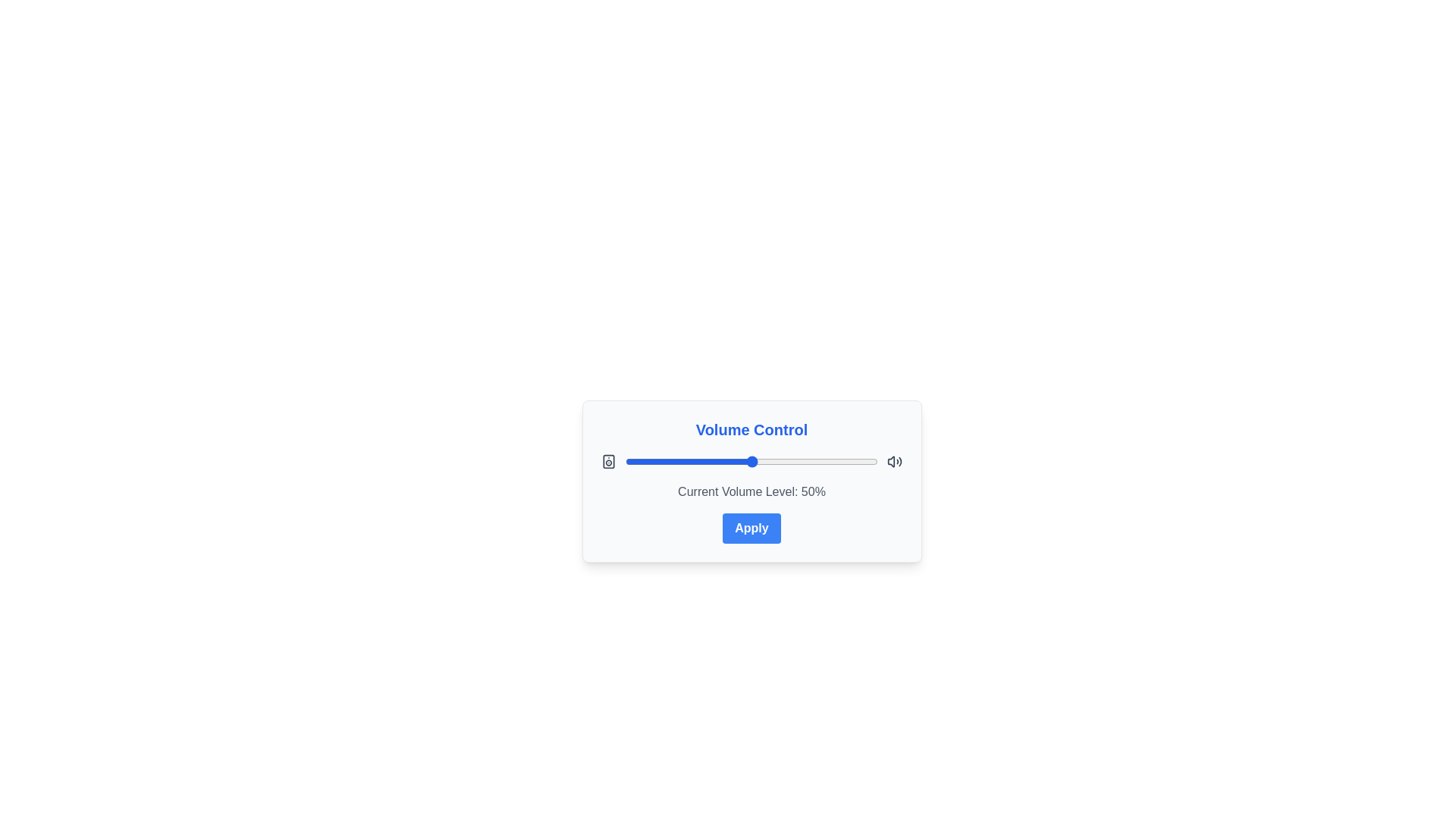 Image resolution: width=1456 pixels, height=819 pixels. Describe the element at coordinates (640, 461) in the screenshot. I see `the slider` at that location.